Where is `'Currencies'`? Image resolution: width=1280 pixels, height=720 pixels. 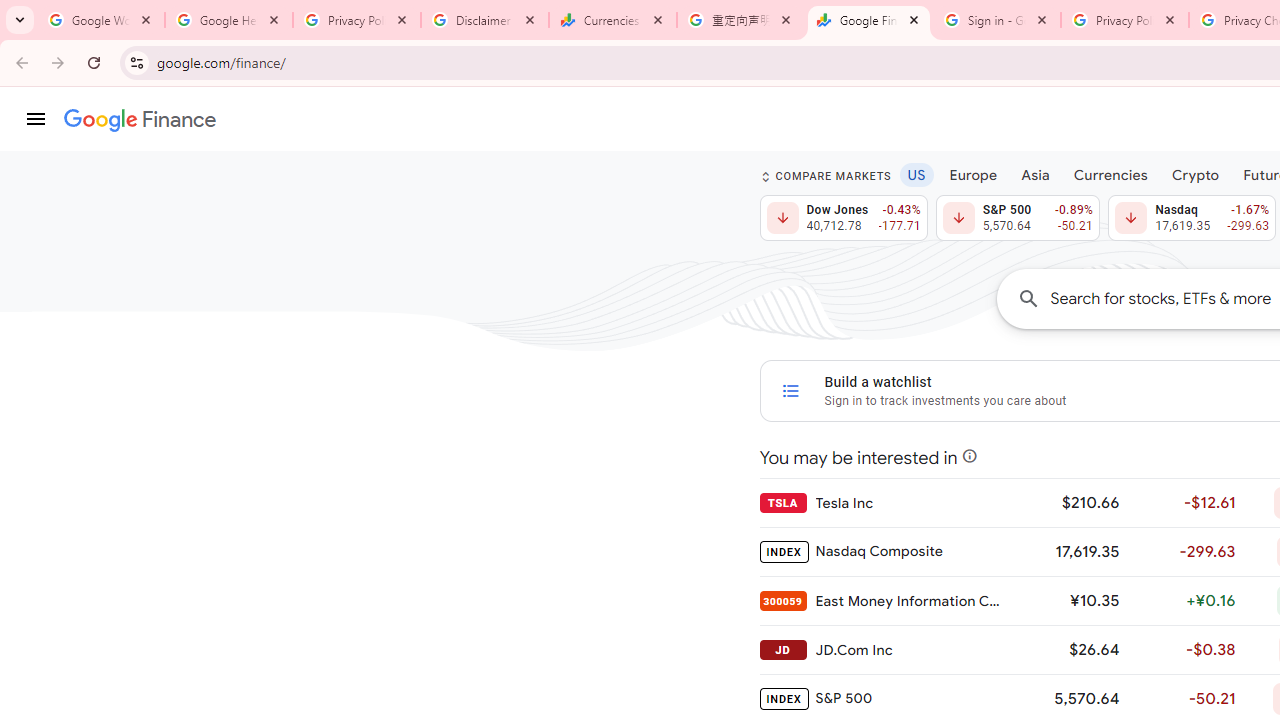 'Currencies' is located at coordinates (1109, 173).